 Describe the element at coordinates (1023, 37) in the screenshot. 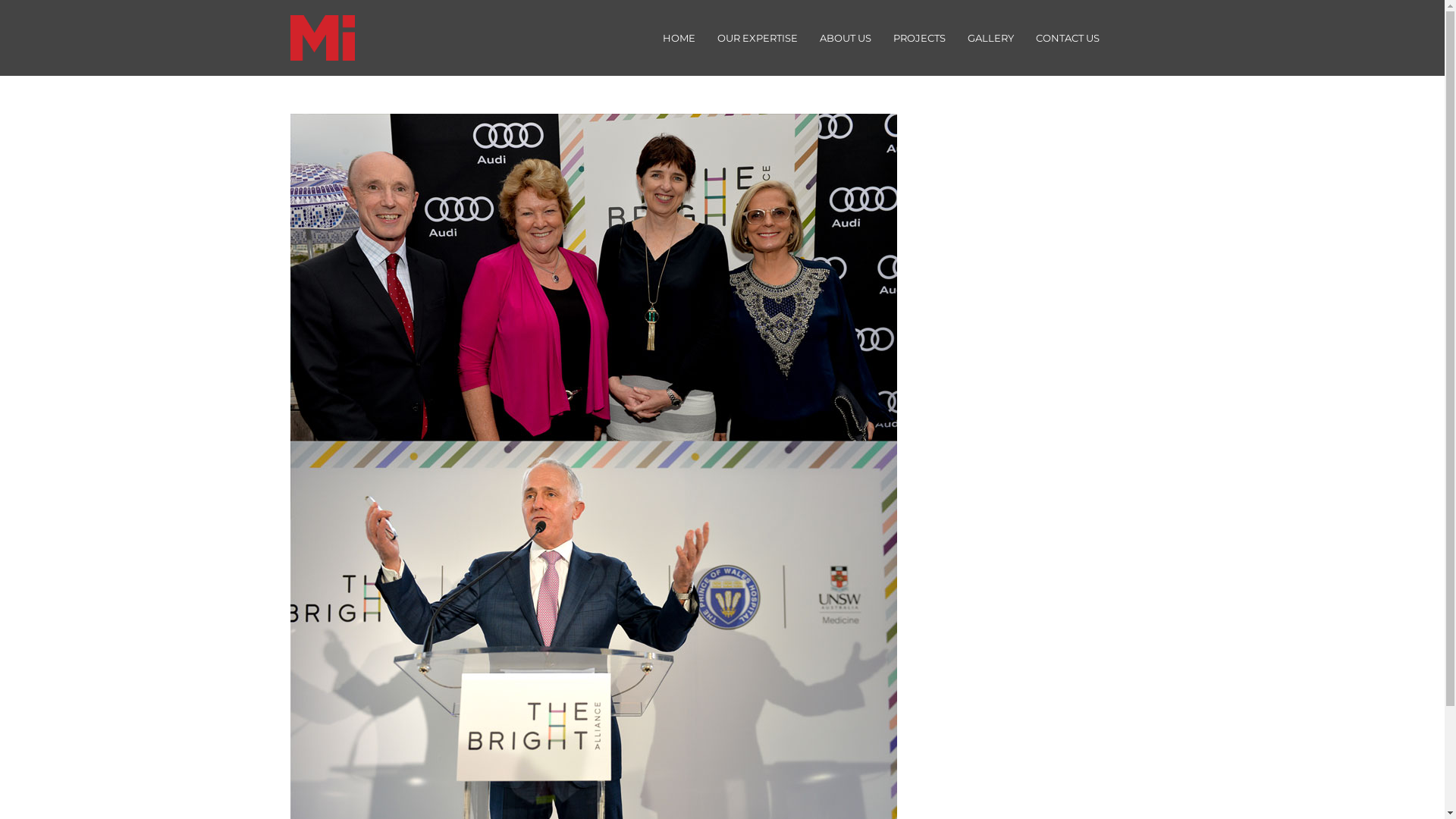

I see `'CONTACT US'` at that location.